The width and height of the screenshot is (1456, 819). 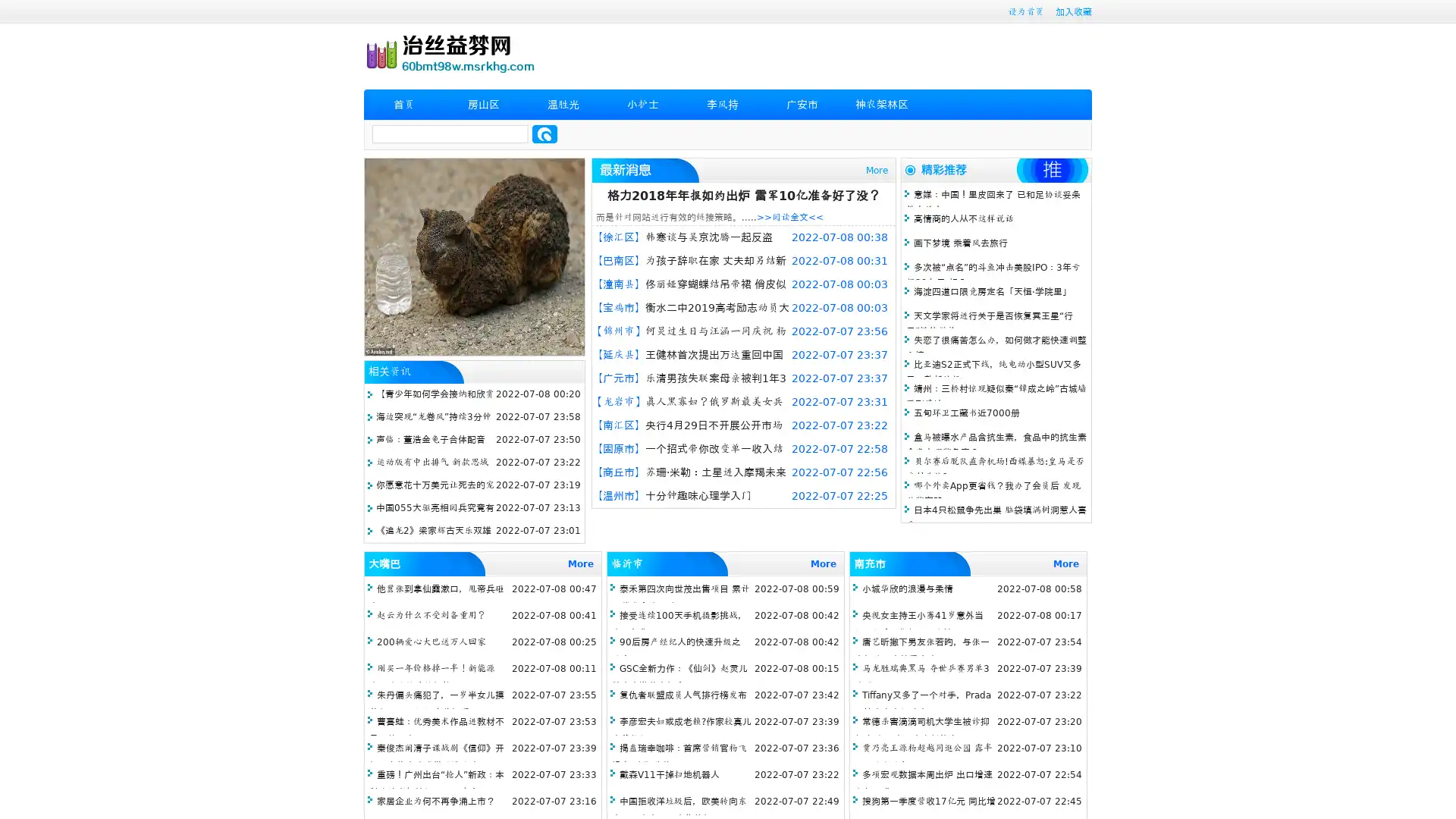 I want to click on Search, so click(x=544, y=133).